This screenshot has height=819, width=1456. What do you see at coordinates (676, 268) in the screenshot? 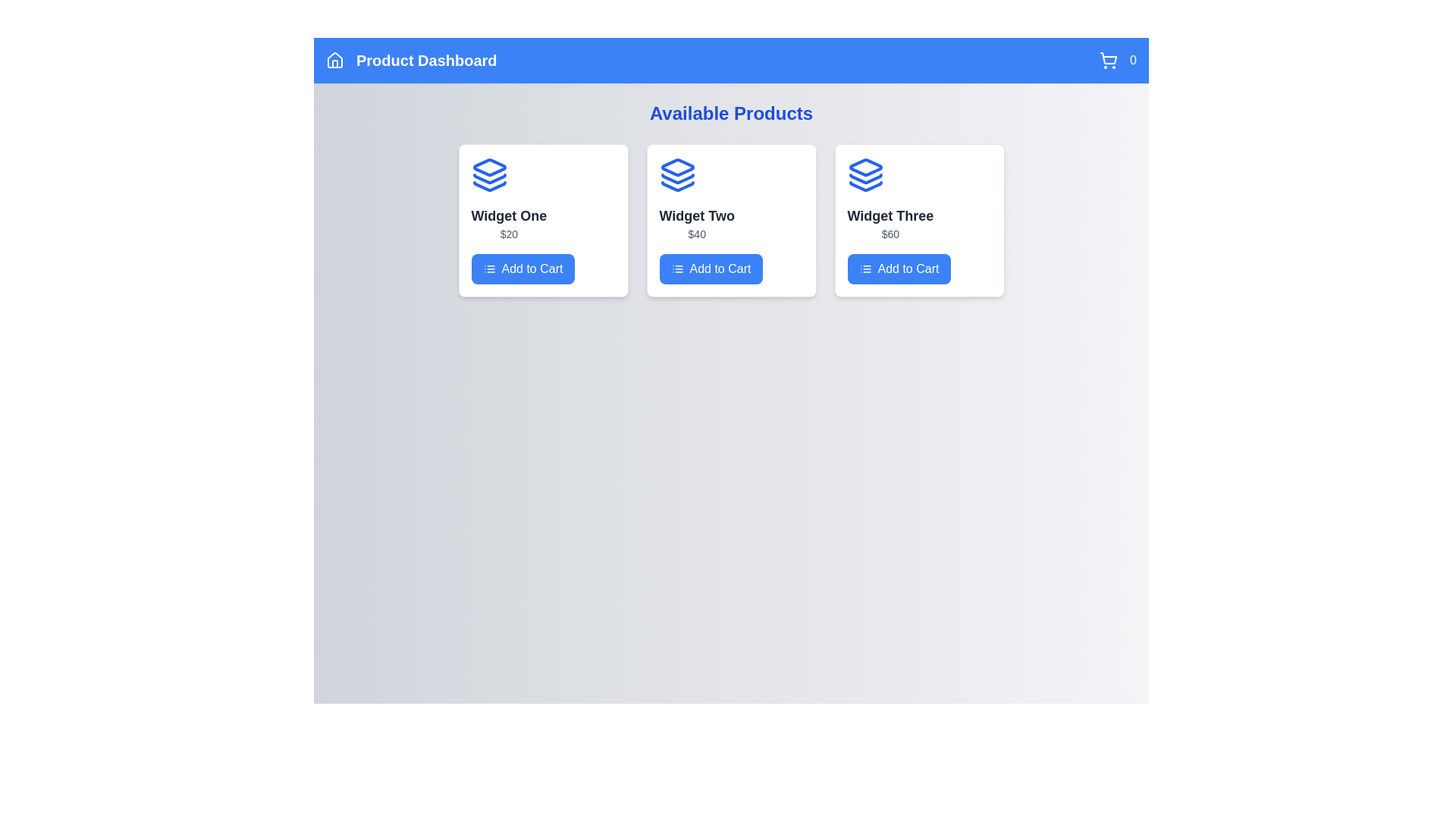
I see `the list icon within the blue 'Add to Cart' button located beneath the product information card of 'Widget Two'` at bounding box center [676, 268].